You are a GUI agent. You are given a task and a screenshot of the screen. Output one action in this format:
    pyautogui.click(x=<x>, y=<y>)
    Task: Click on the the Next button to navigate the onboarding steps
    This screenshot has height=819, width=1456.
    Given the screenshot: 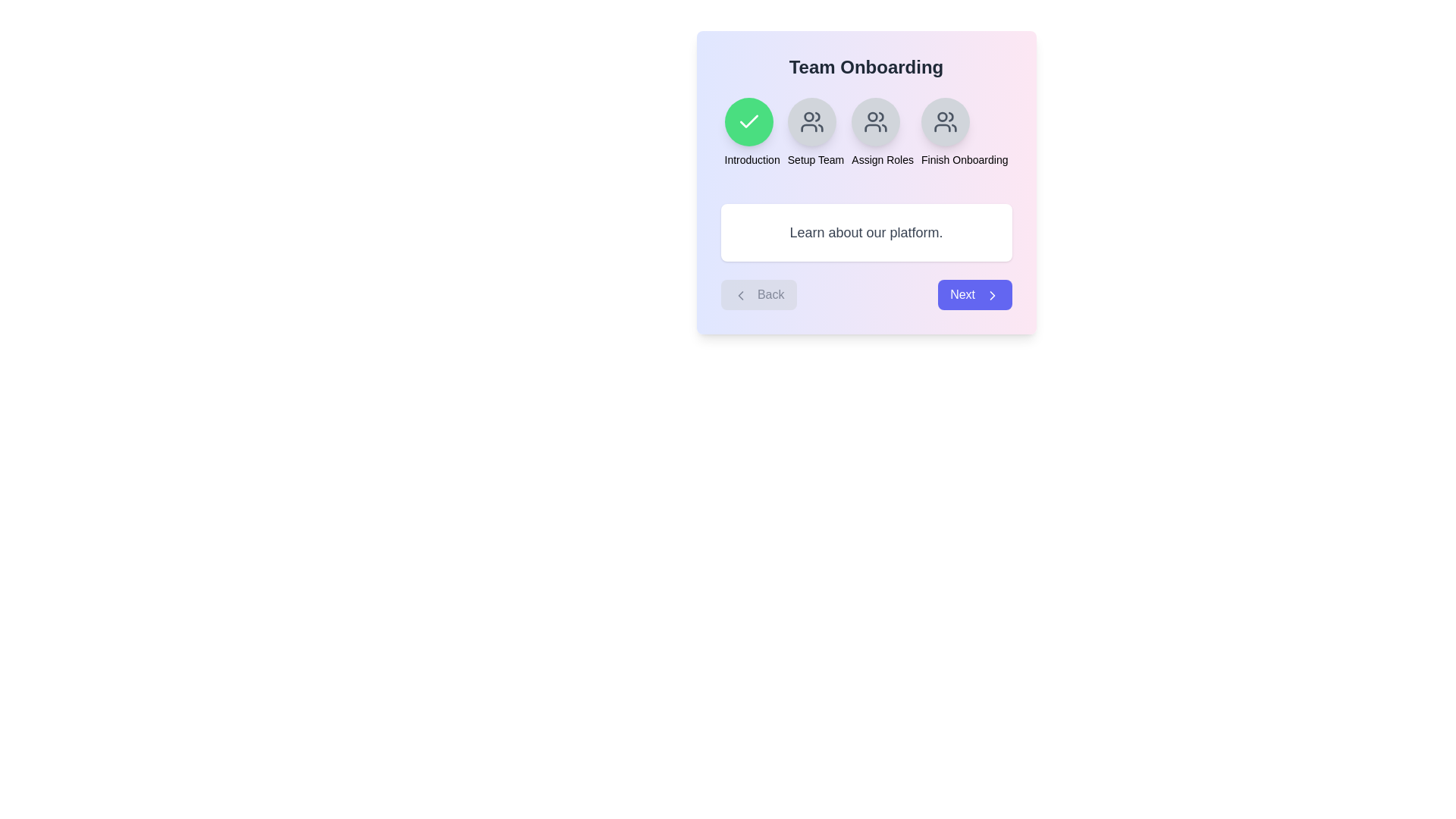 What is the action you would take?
    pyautogui.click(x=974, y=295)
    